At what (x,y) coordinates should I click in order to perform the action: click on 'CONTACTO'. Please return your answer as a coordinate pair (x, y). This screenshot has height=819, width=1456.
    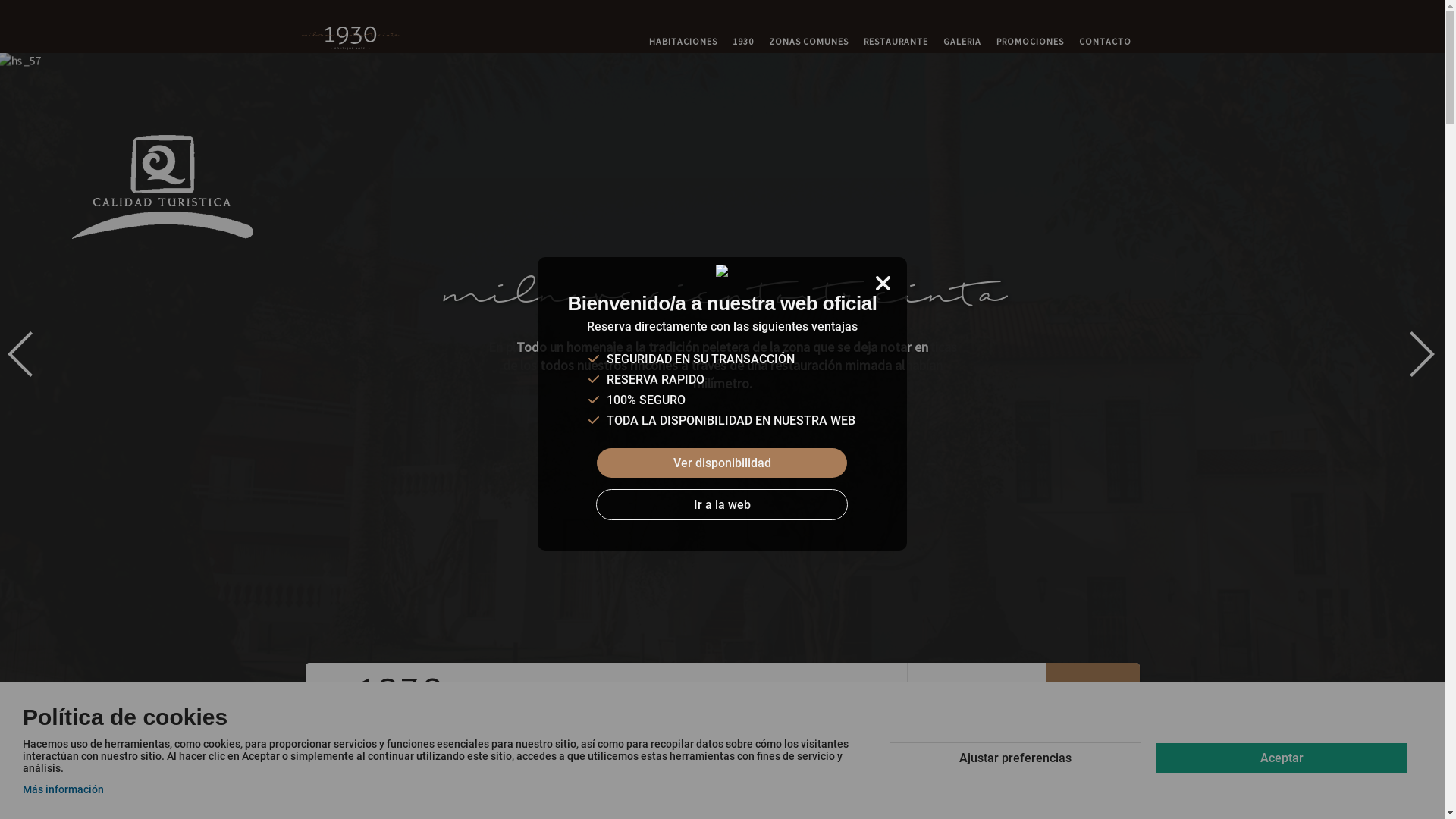
    Looking at the image, I should click on (1104, 40).